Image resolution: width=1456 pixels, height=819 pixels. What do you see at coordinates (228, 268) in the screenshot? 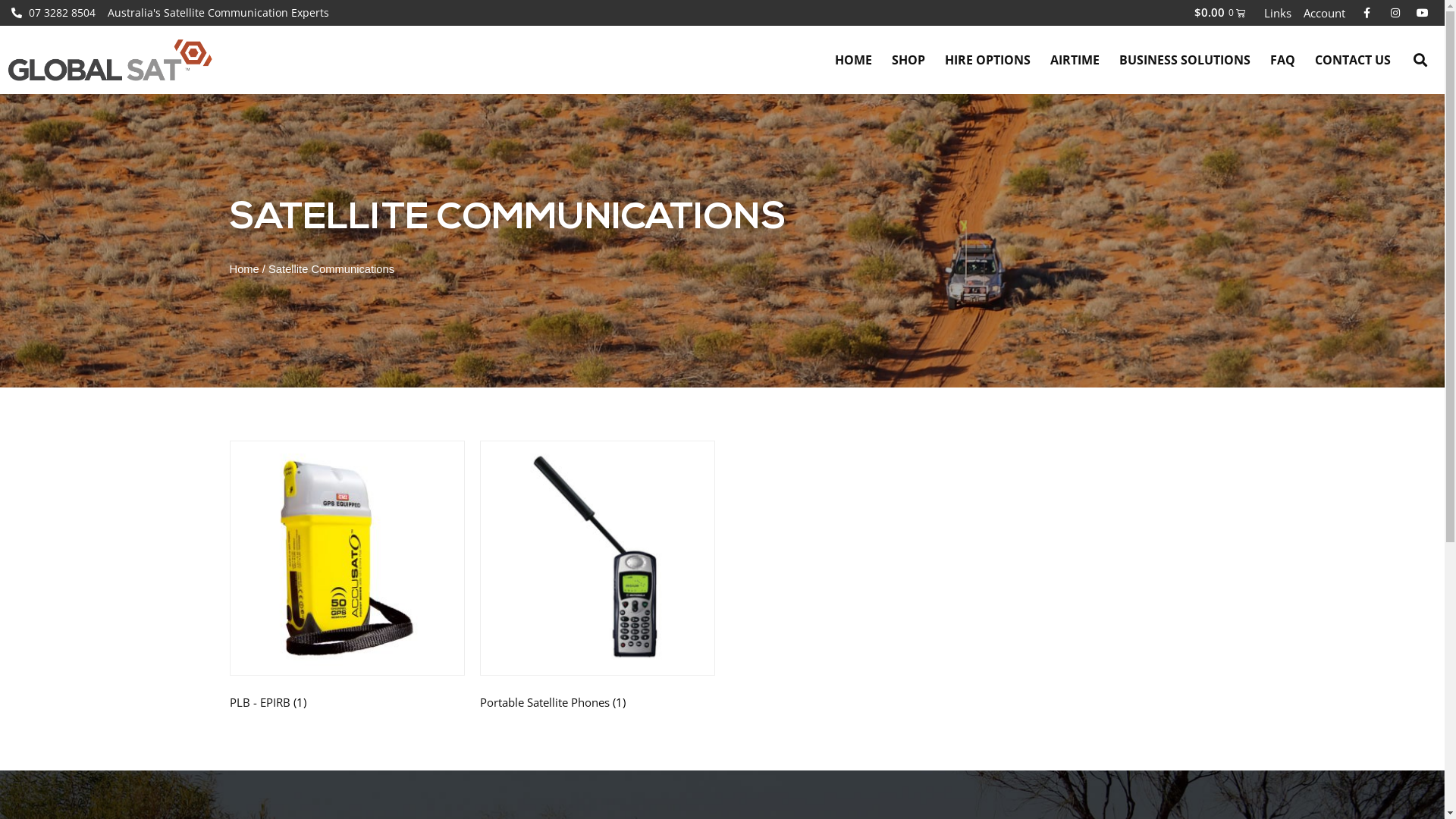
I see `'Home'` at bounding box center [228, 268].